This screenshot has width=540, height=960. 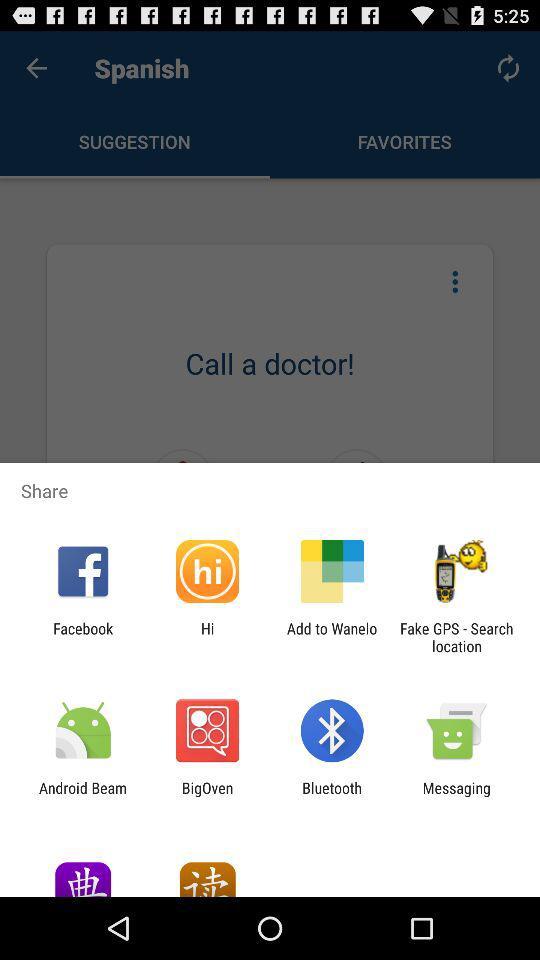 What do you see at coordinates (82, 796) in the screenshot?
I see `the icon to the left of the bigoven app` at bounding box center [82, 796].